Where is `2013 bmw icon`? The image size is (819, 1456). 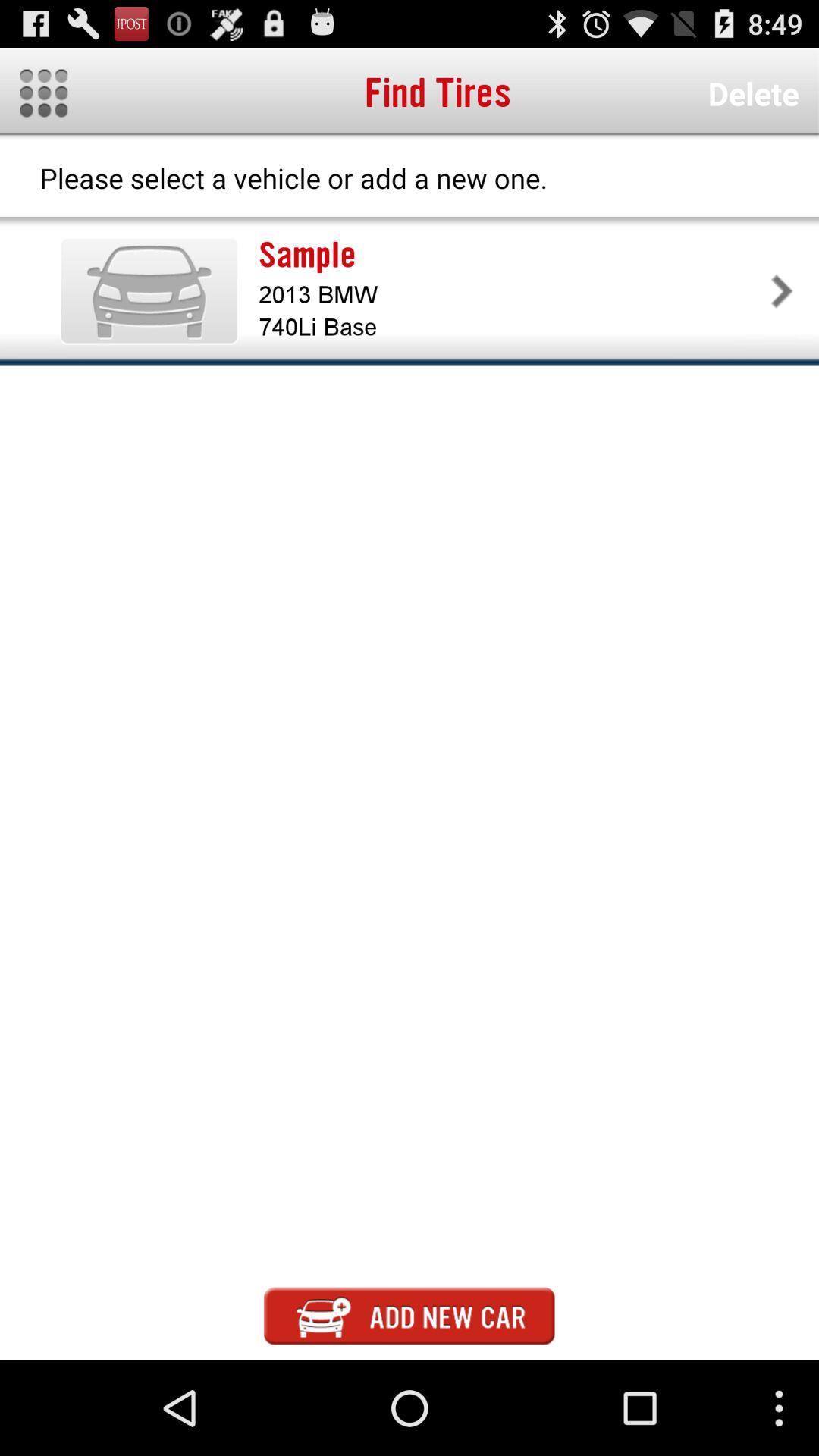
2013 bmw icon is located at coordinates (512, 294).